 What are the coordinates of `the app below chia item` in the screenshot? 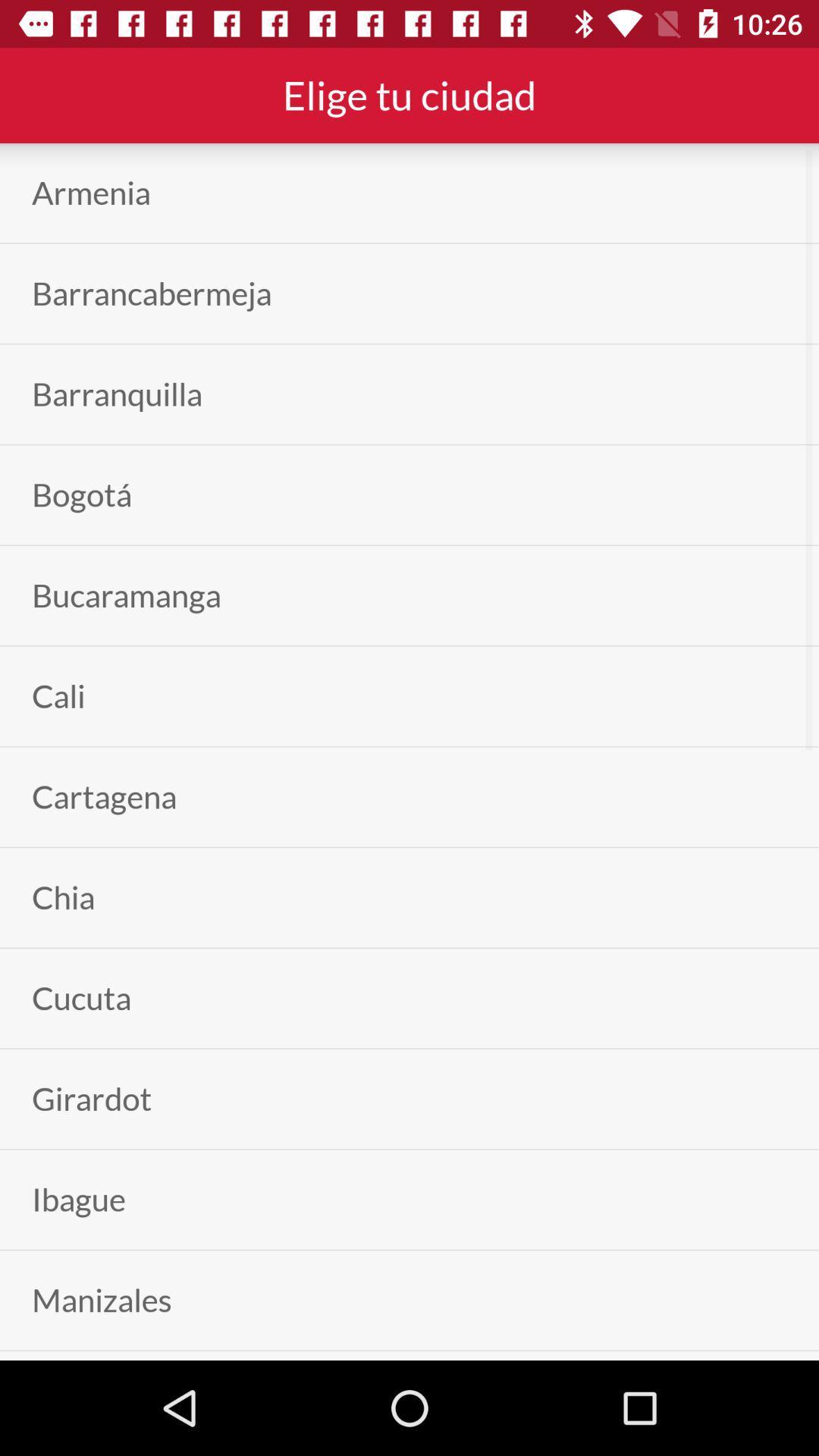 It's located at (81, 998).